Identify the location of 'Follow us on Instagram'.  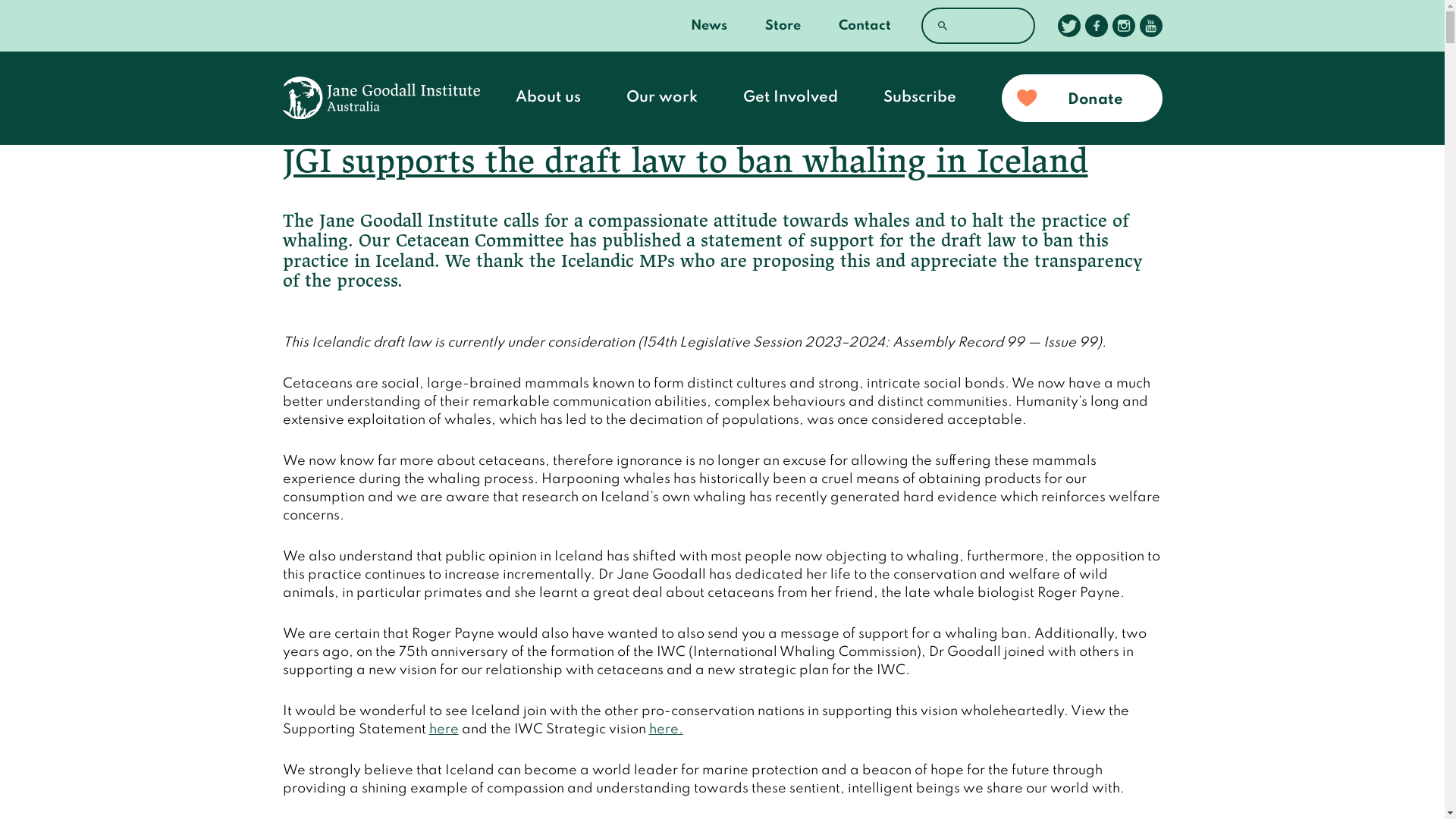
(1123, 26).